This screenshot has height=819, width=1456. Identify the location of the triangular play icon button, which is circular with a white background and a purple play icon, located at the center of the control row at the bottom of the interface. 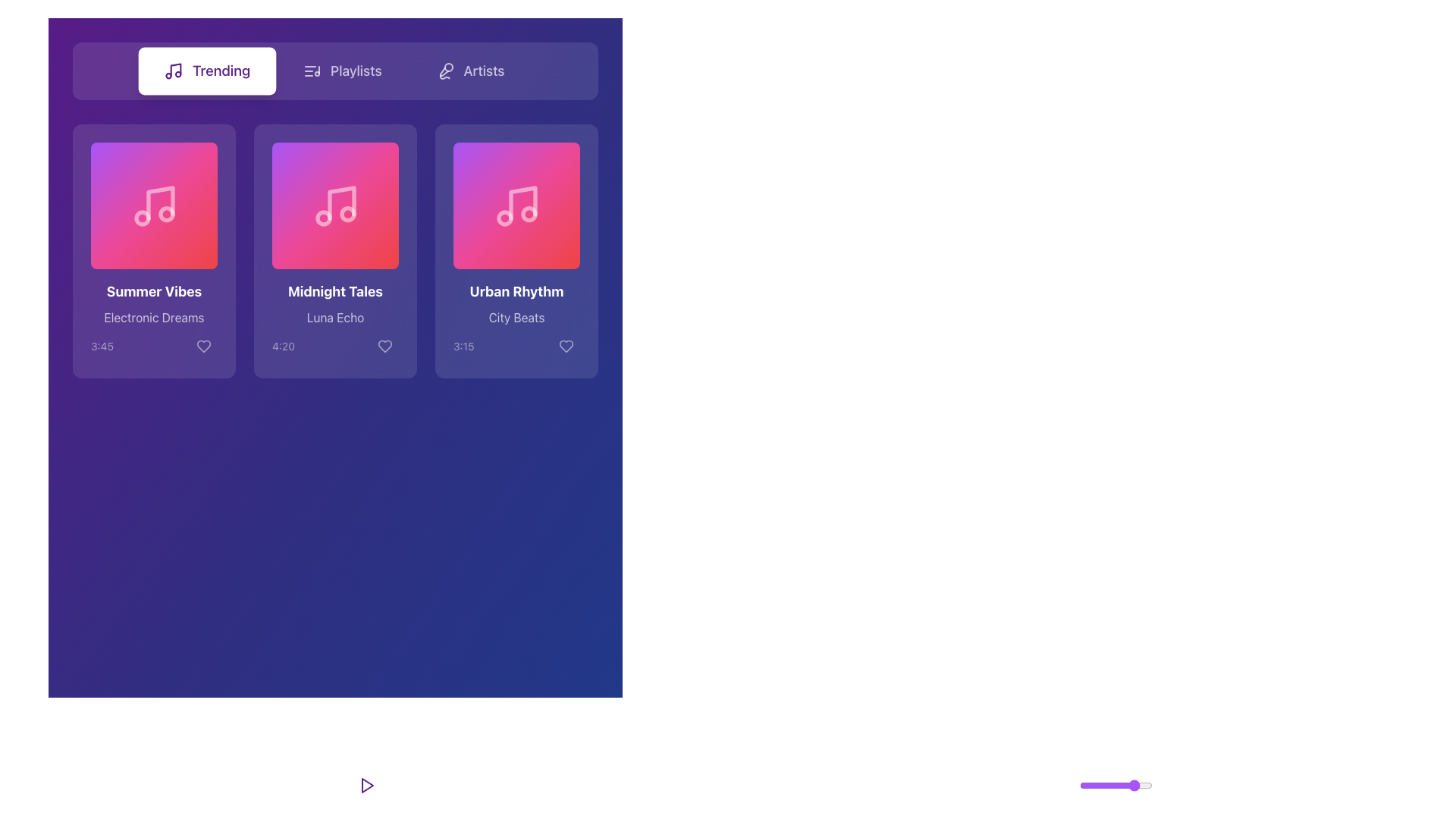
(367, 785).